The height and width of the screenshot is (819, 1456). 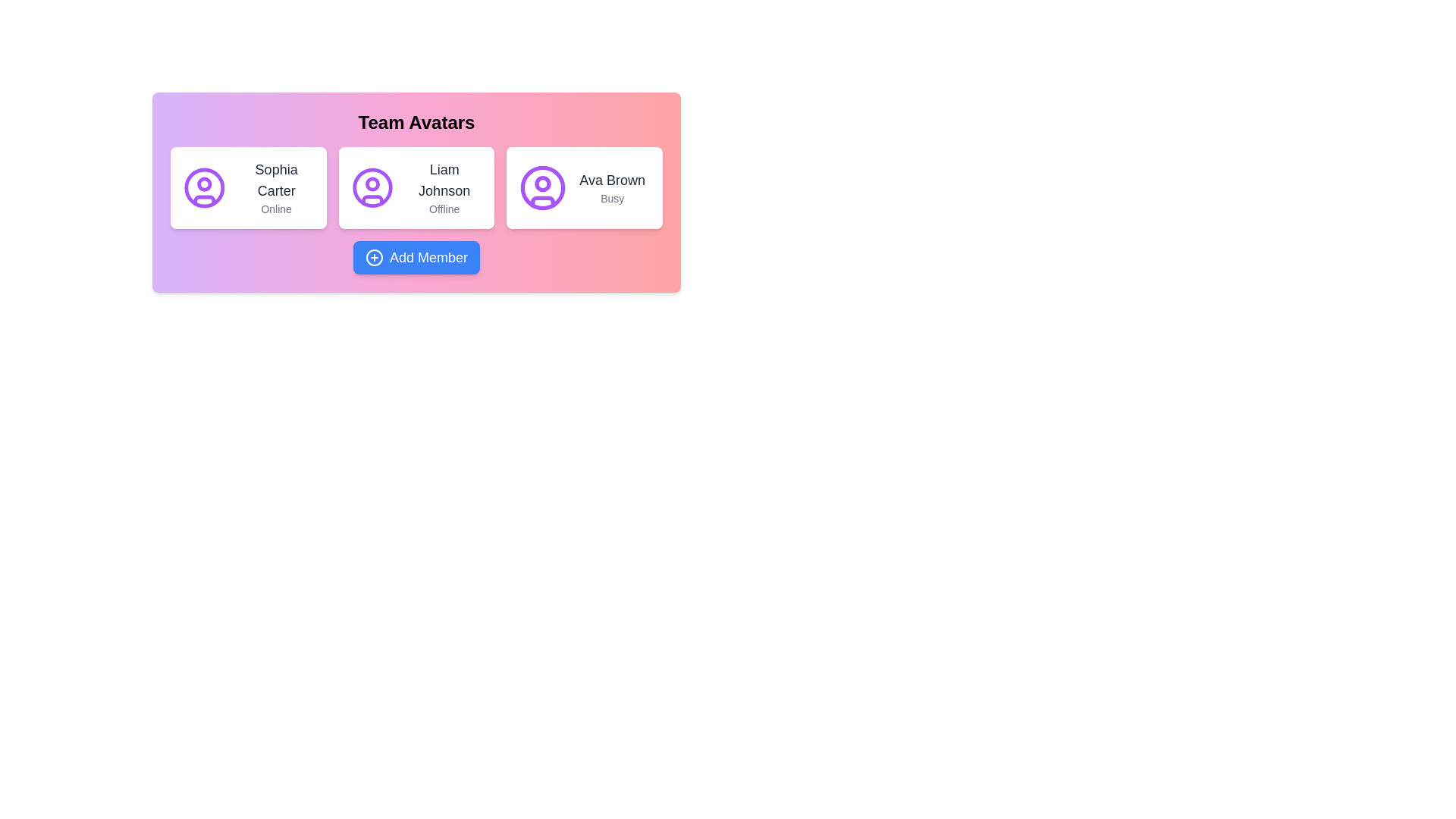 What do you see at coordinates (612, 180) in the screenshot?
I see `the text label that reads 'Ava Brown', which is styled with a bold font and larger size, located at the top-right corner of a user profile card` at bounding box center [612, 180].